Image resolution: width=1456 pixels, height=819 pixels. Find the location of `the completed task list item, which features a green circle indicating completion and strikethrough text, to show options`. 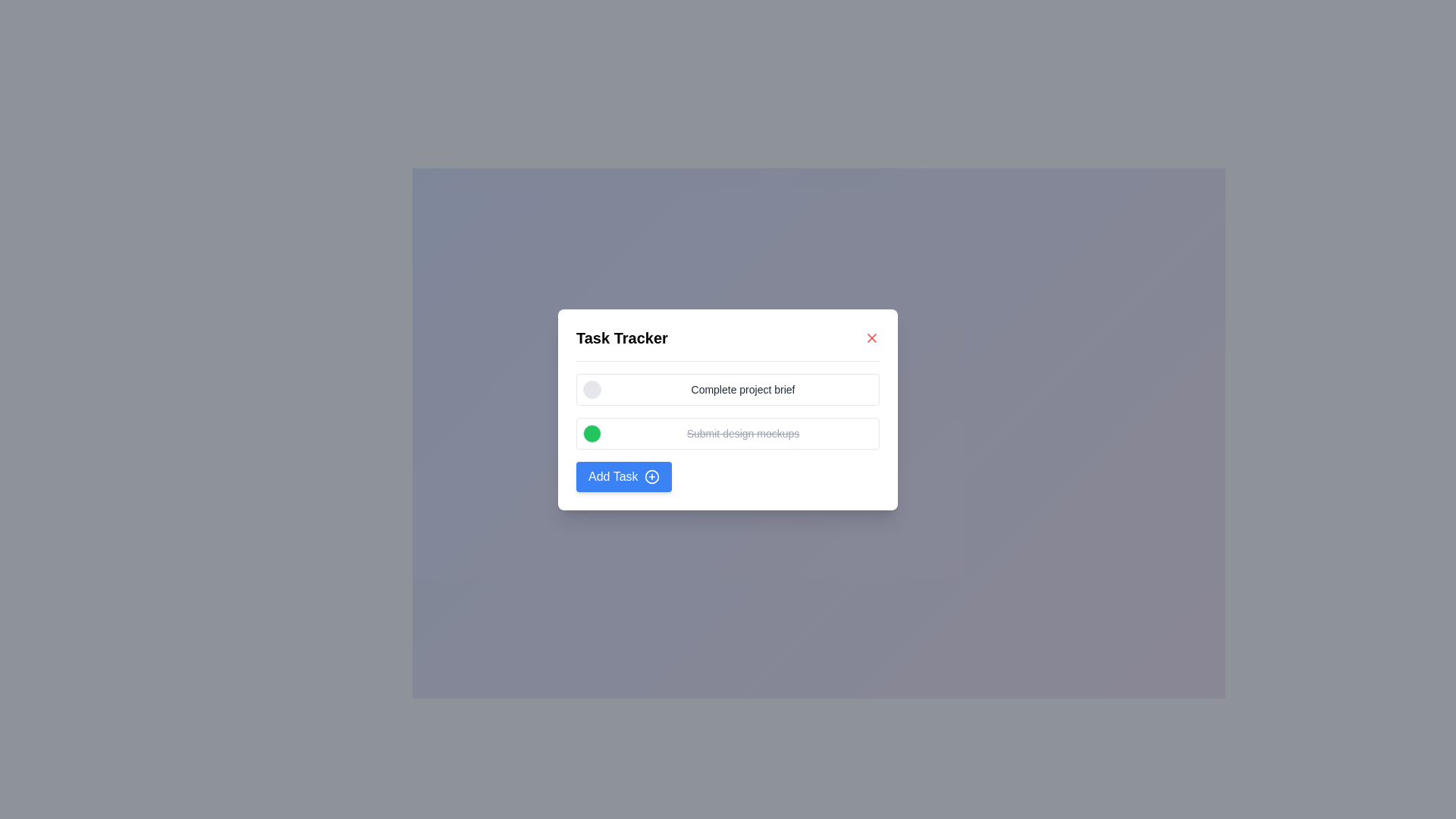

the completed task list item, which features a green circle indicating completion and strikethrough text, to show options is located at coordinates (728, 433).